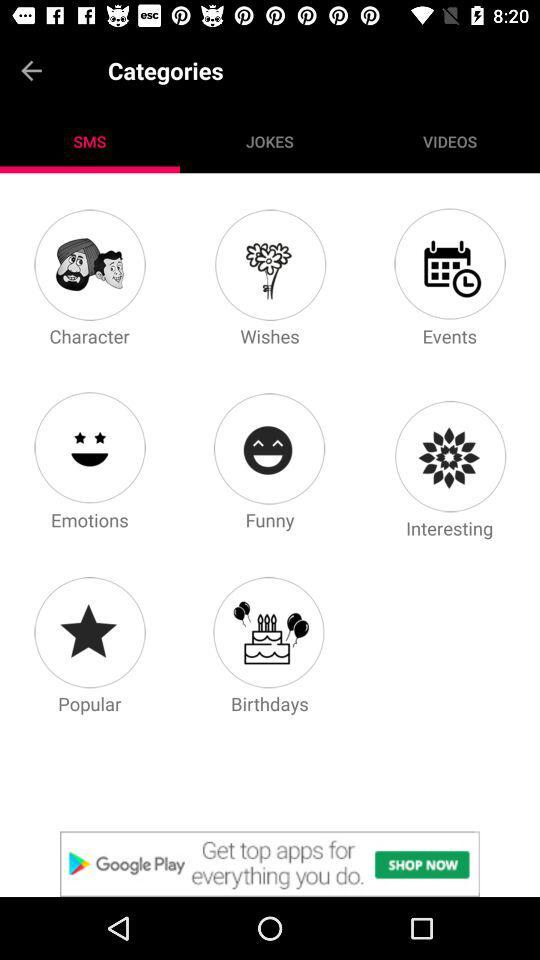 This screenshot has height=960, width=540. Describe the element at coordinates (270, 863) in the screenshot. I see `announcement` at that location.